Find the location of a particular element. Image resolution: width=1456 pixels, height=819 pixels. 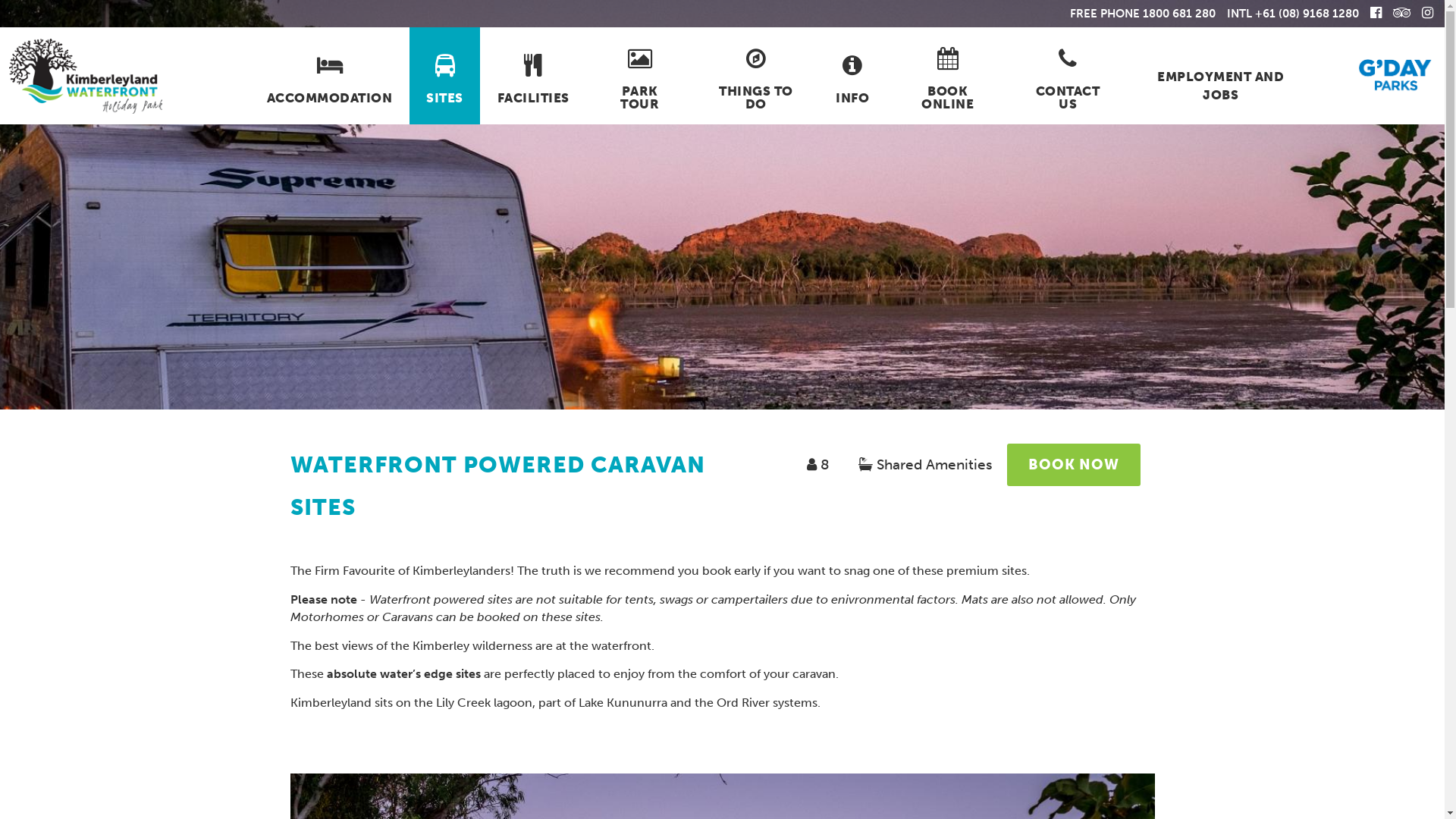

'+61 (08) 9168 1280' is located at coordinates (1306, 12).